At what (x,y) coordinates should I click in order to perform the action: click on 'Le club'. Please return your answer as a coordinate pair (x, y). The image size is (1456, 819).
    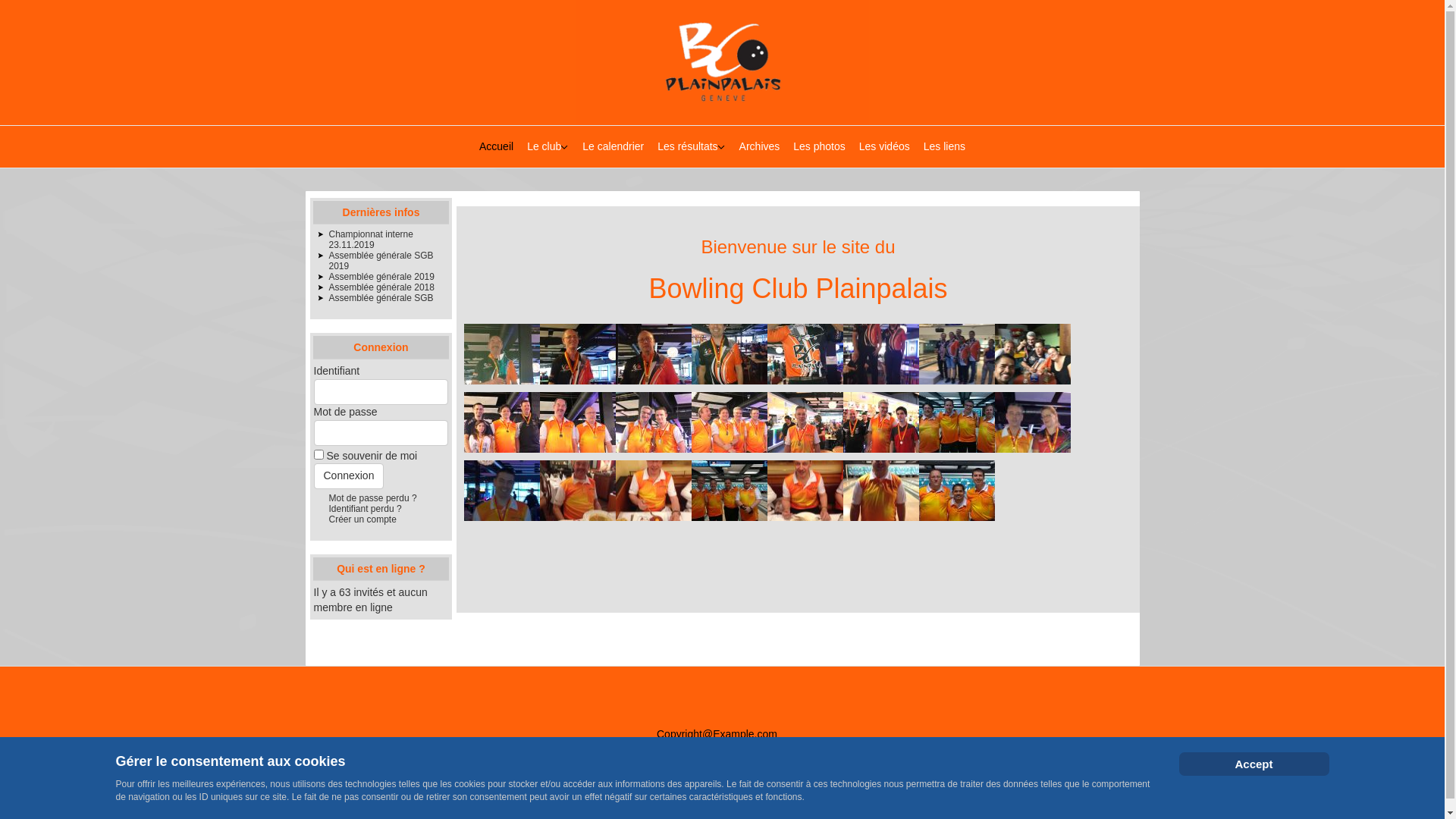
    Looking at the image, I should click on (547, 146).